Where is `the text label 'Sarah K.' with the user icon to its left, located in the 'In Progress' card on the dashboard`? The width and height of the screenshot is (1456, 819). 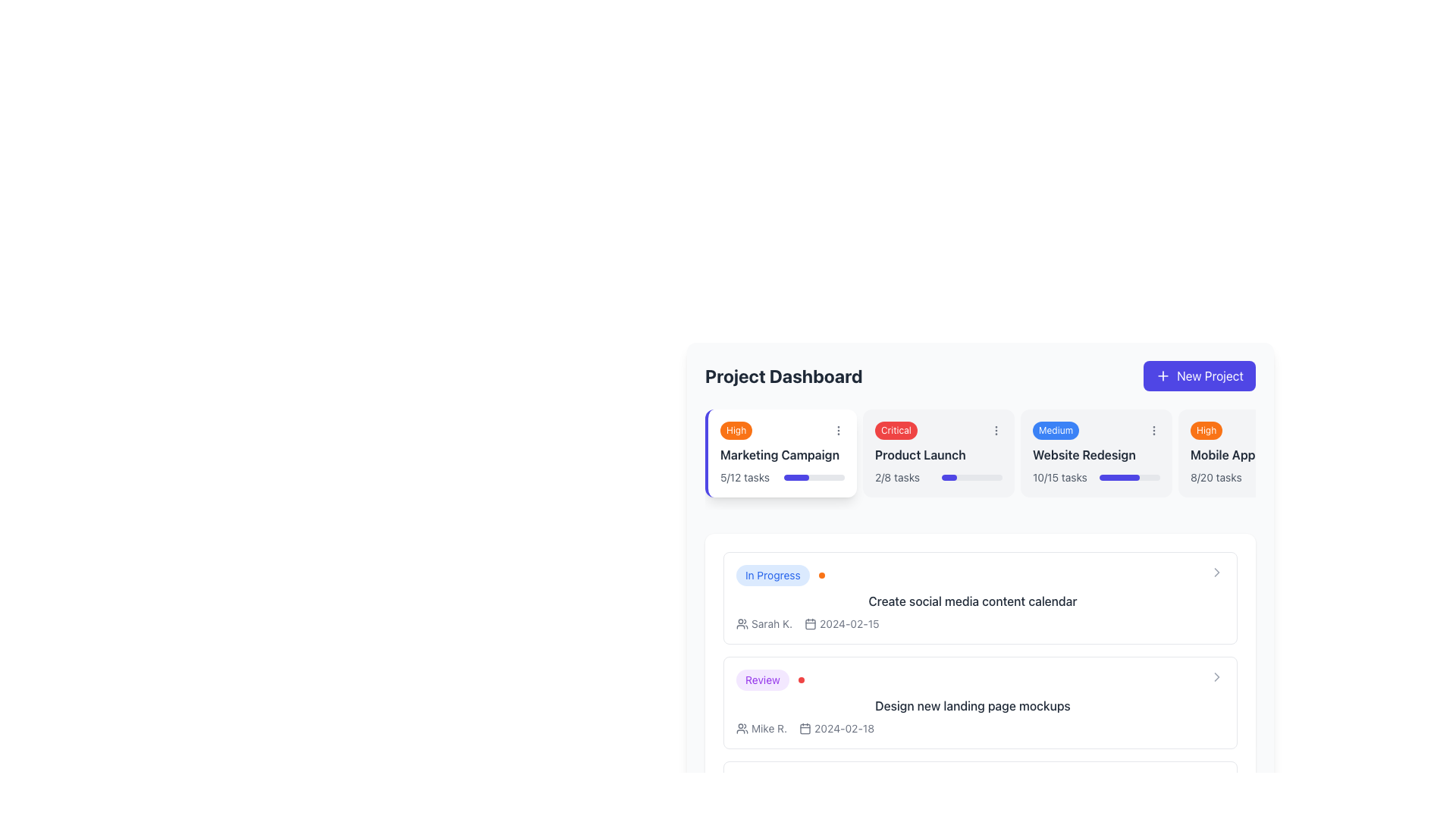
the text label 'Sarah K.' with the user icon to its left, located in the 'In Progress' card on the dashboard is located at coordinates (764, 623).